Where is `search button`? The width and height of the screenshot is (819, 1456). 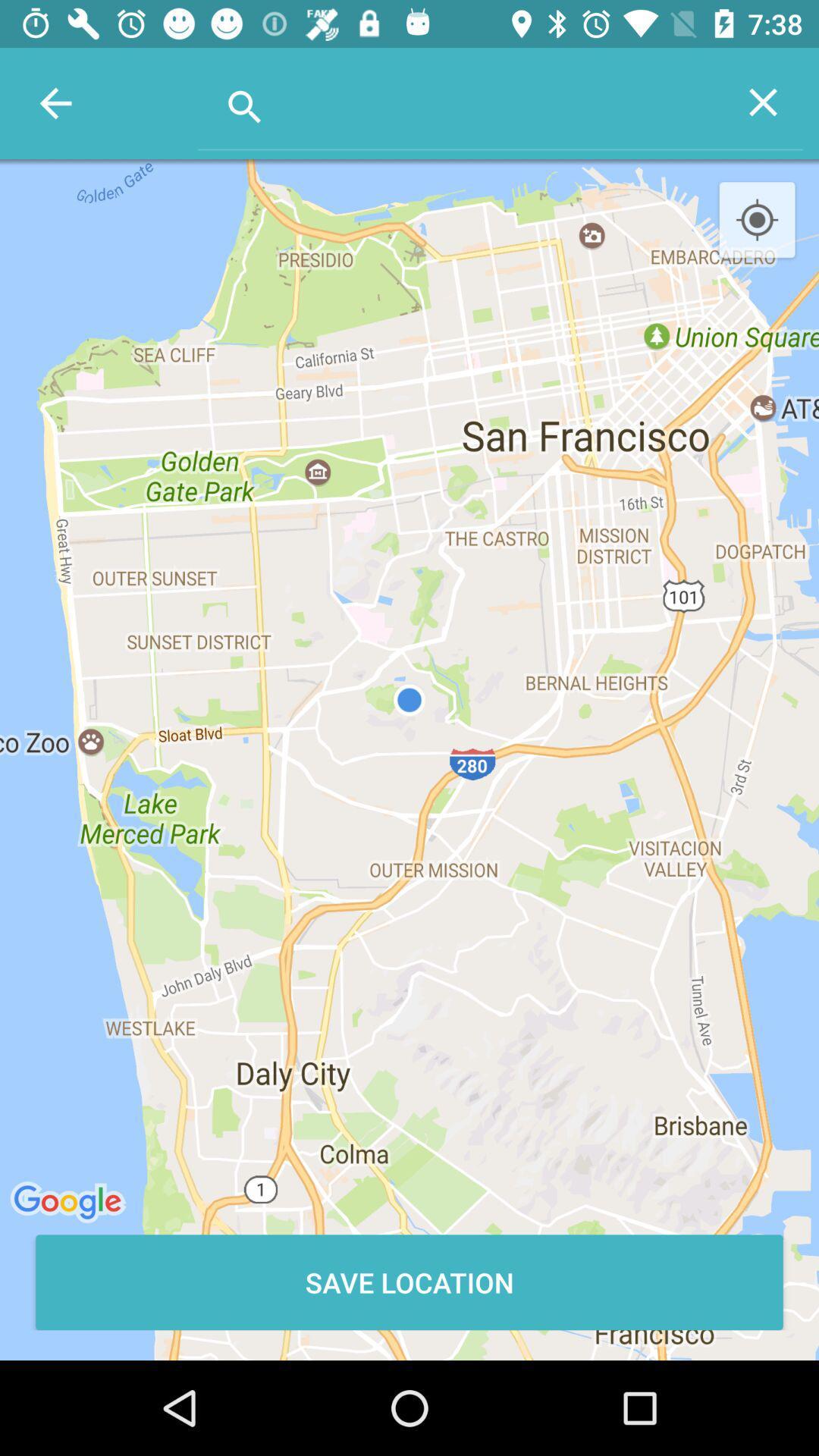
search button is located at coordinates (460, 101).